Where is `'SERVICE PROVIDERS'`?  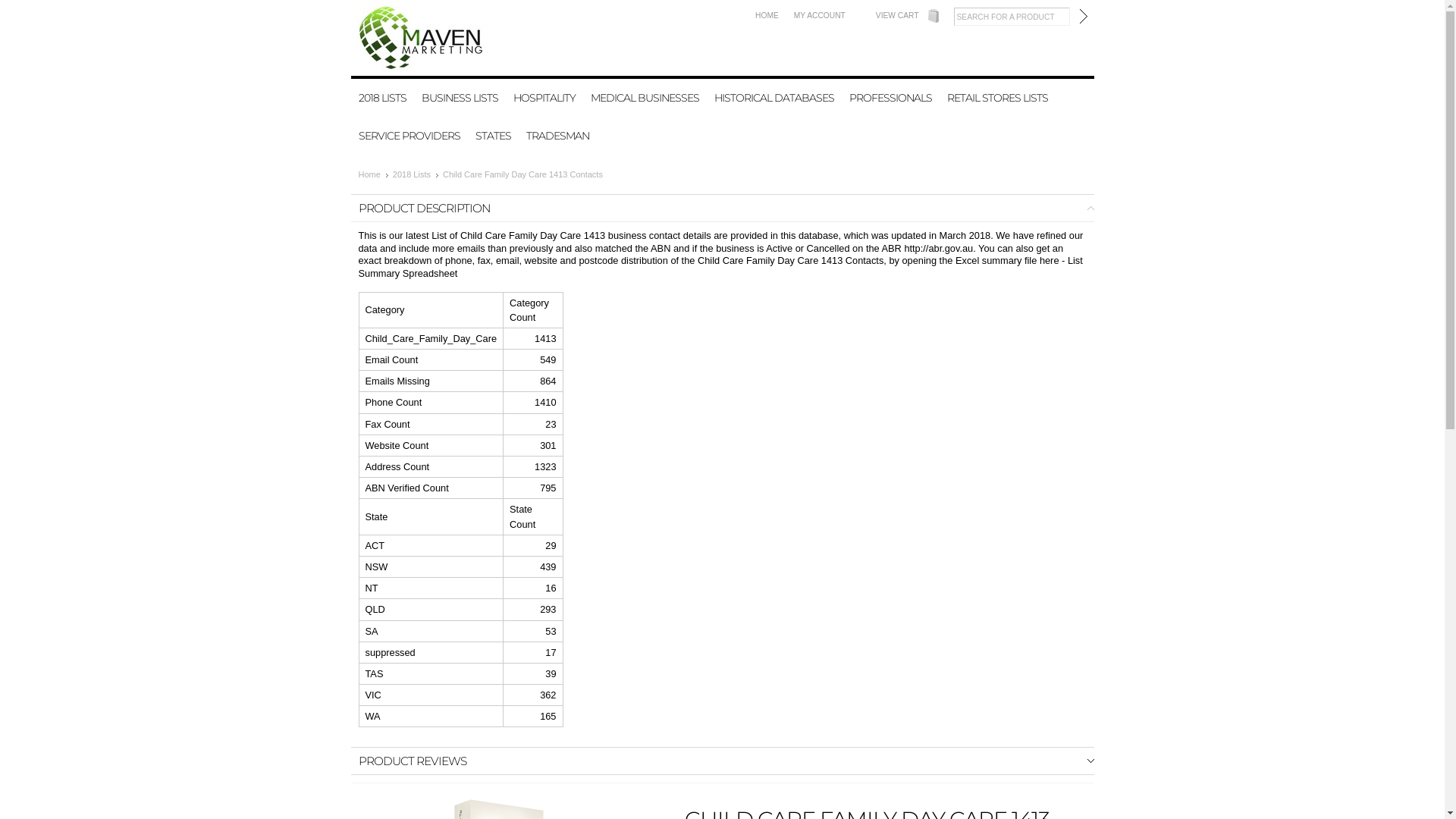 'SERVICE PROVIDERS' is located at coordinates (408, 134).